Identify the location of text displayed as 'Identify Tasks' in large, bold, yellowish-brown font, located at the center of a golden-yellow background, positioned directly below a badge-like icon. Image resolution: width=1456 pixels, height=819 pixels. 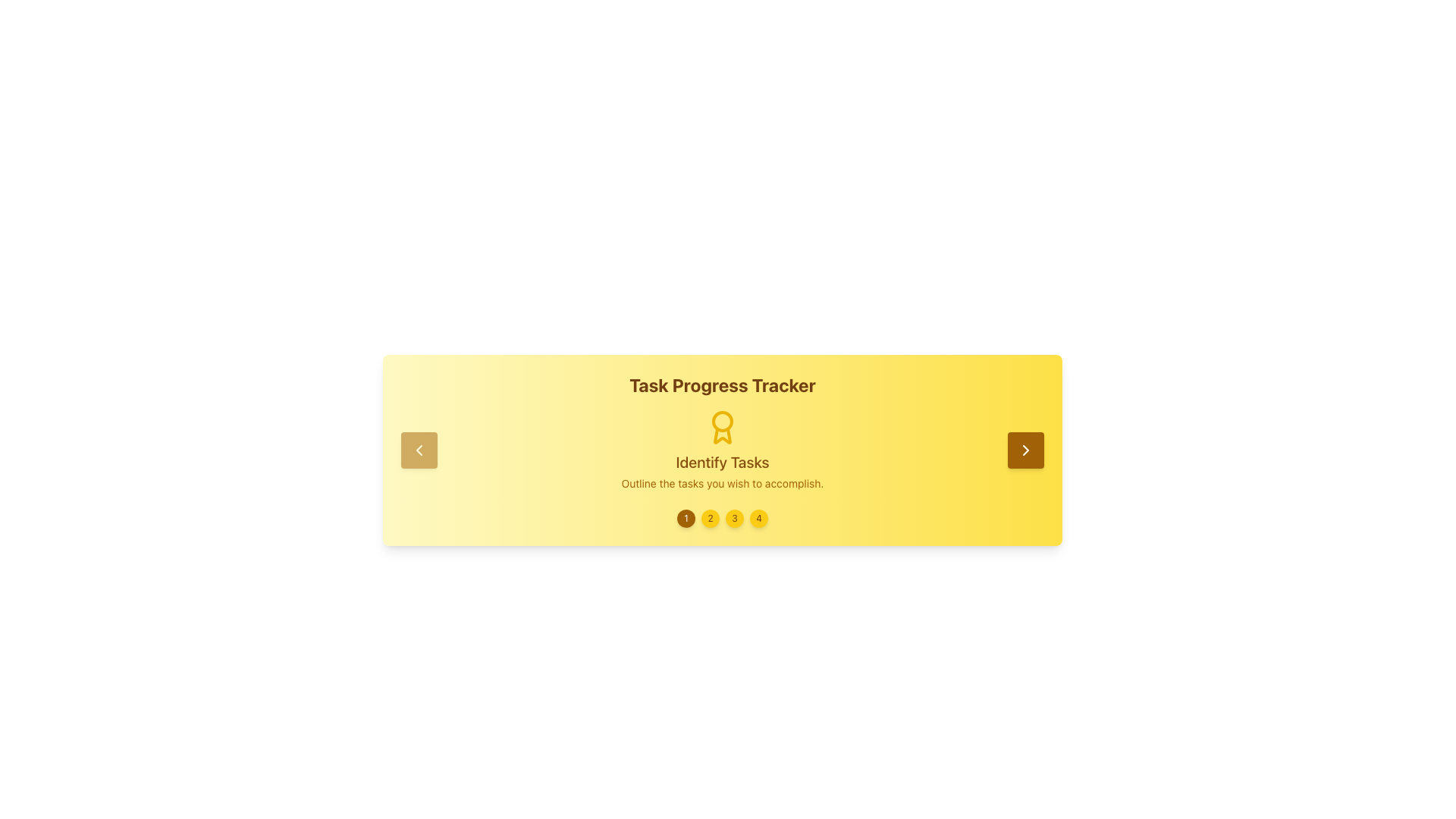
(722, 461).